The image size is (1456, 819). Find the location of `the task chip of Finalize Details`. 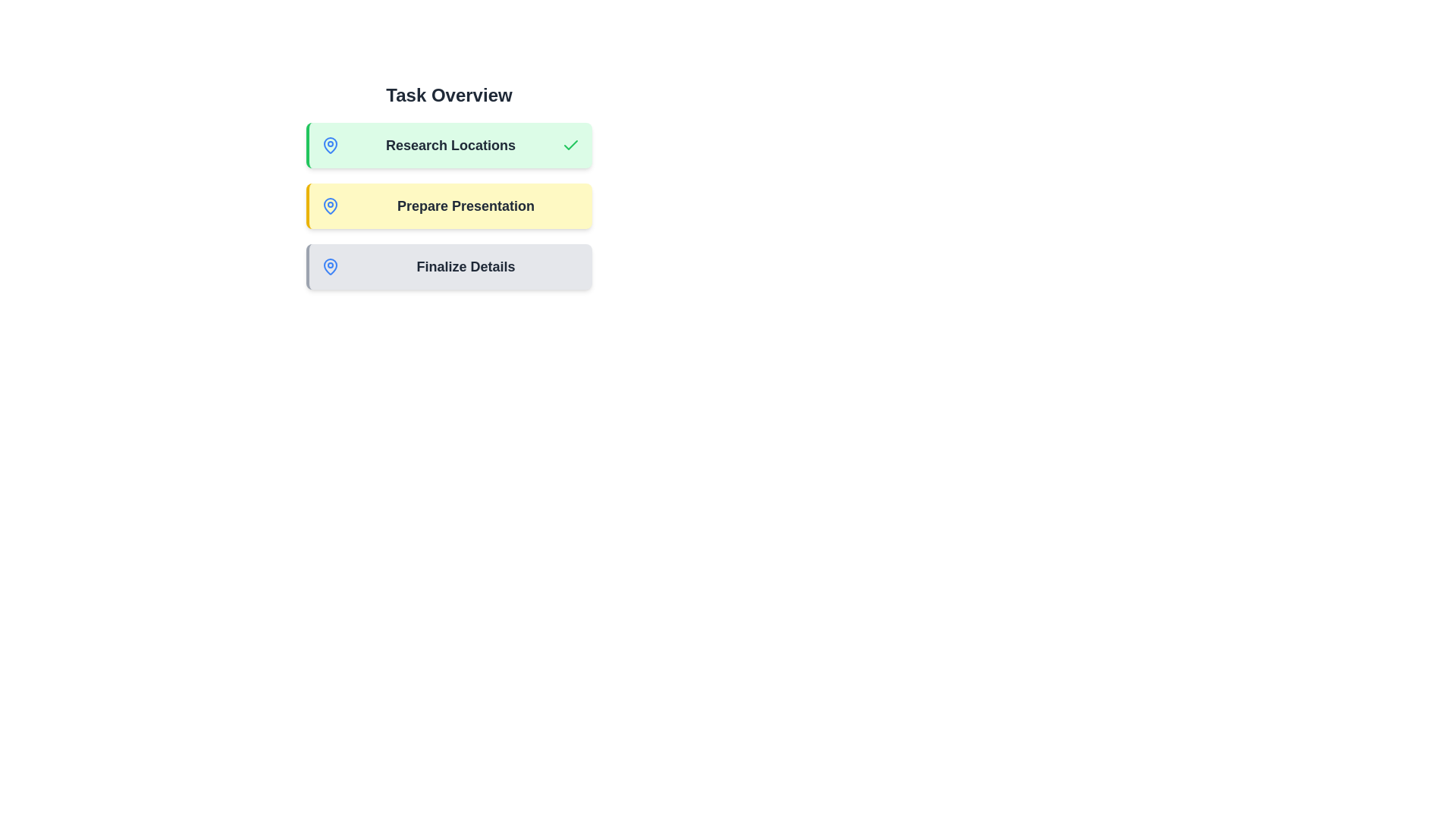

the task chip of Finalize Details is located at coordinates (448, 265).